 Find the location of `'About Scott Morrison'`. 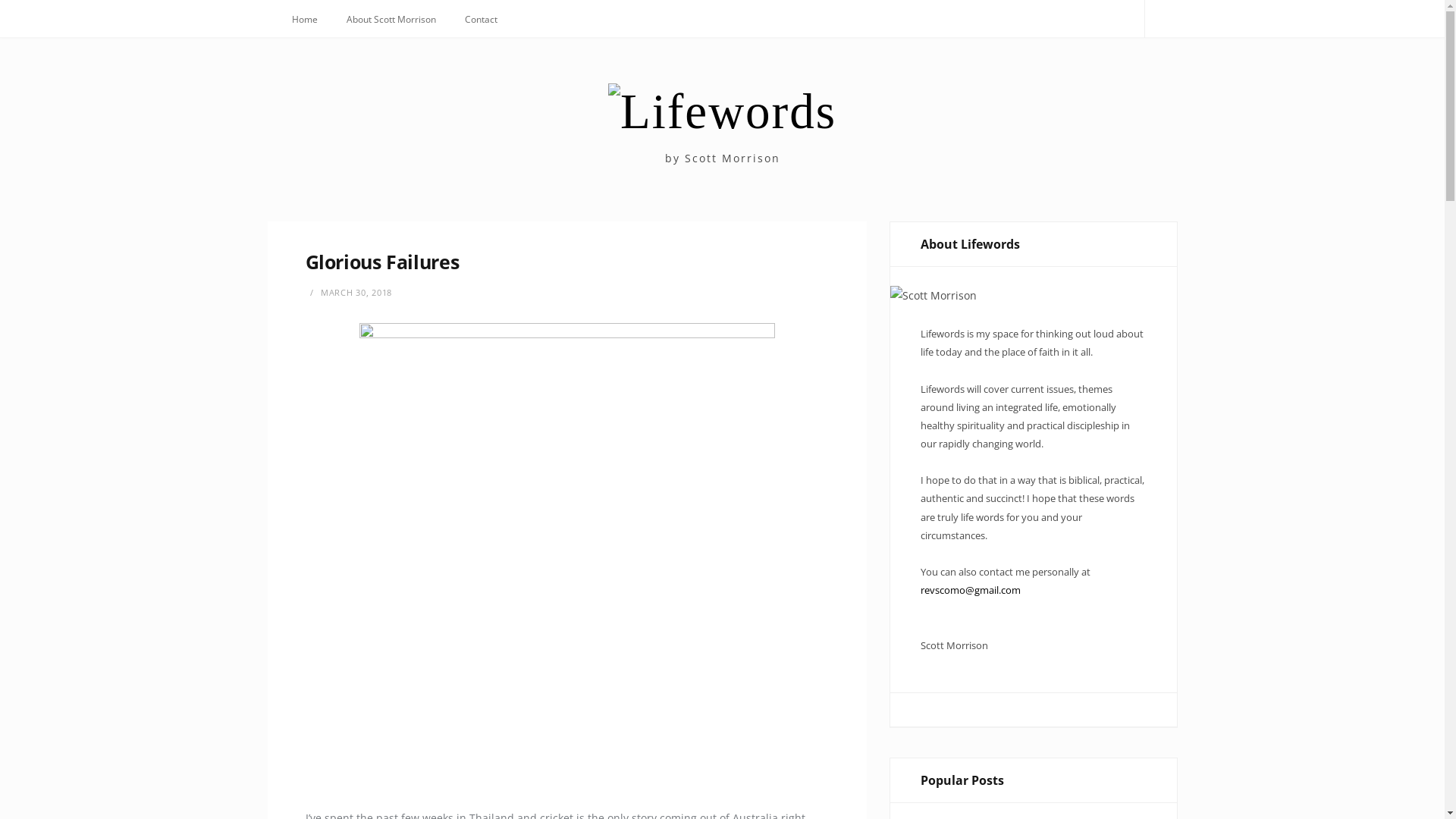

'About Scott Morrison' is located at coordinates (391, 20).